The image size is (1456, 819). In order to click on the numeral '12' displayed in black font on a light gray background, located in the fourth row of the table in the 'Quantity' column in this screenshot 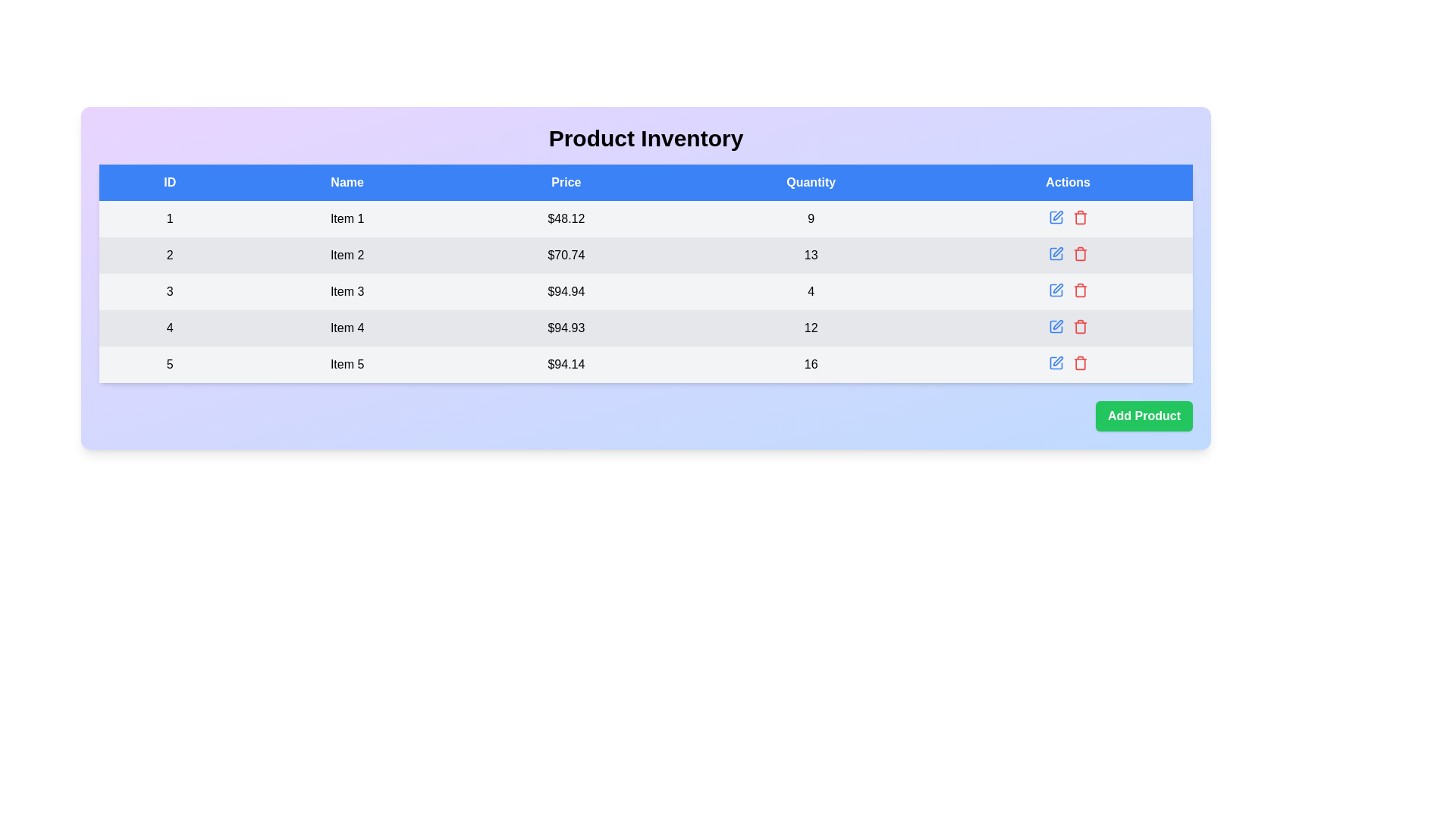, I will do `click(810, 327)`.